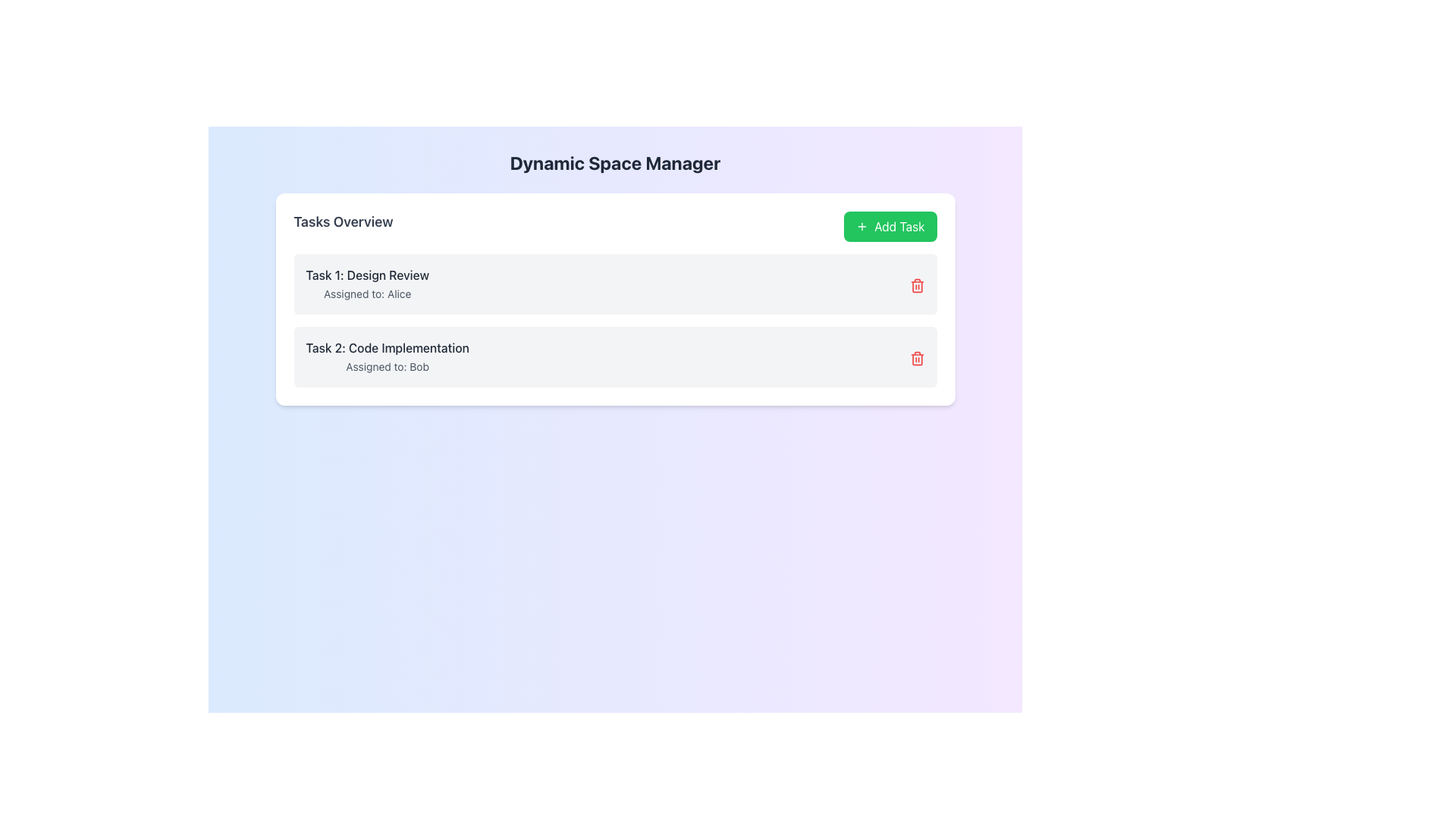 The image size is (1456, 819). I want to click on the delete icon button associated with 'Task 1: Design Review', so click(916, 285).